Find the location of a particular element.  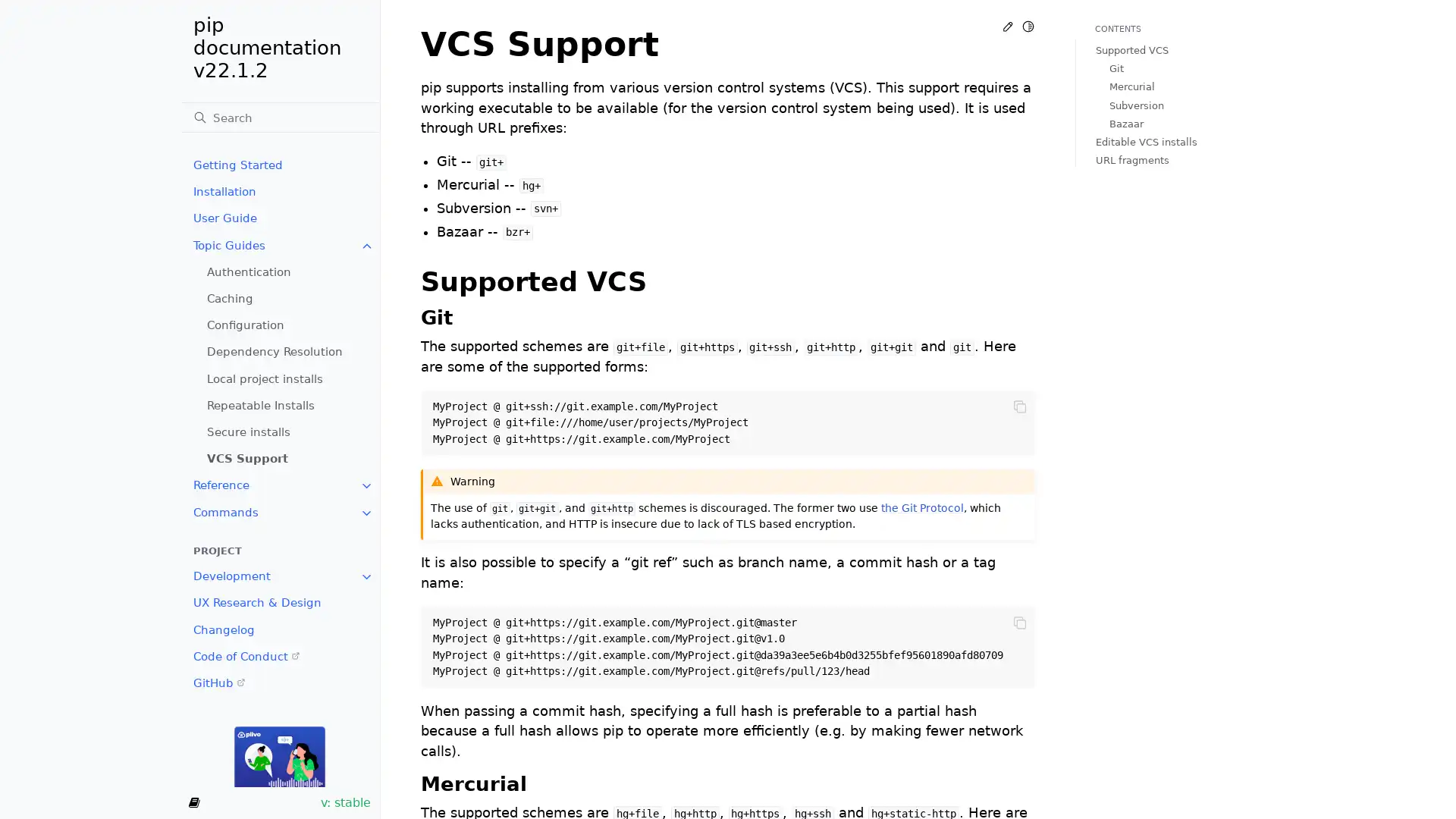

Copy to clipboard is located at coordinates (1019, 406).